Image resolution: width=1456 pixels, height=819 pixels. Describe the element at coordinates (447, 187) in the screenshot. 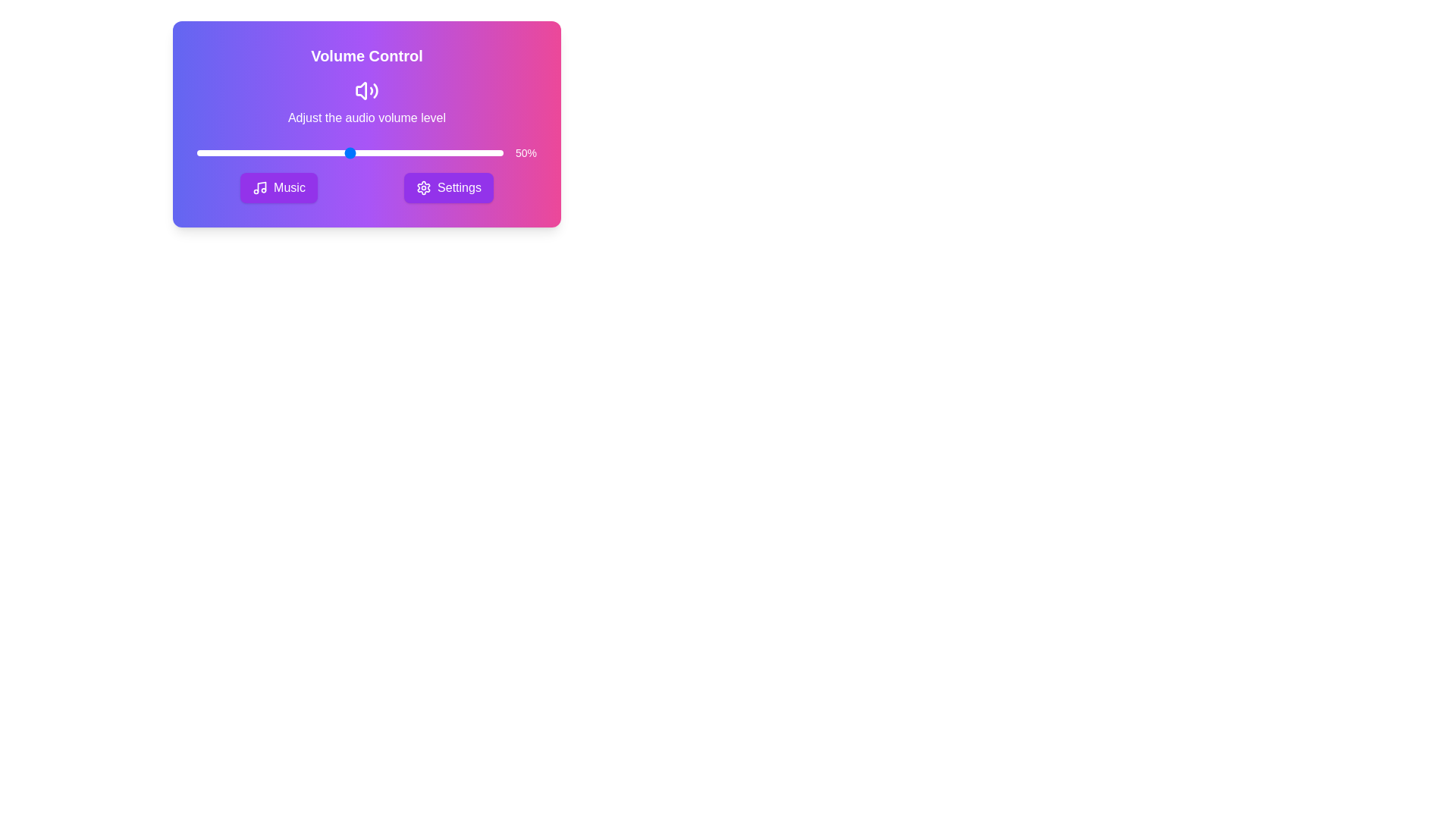

I see `the 'Settings' button` at that location.